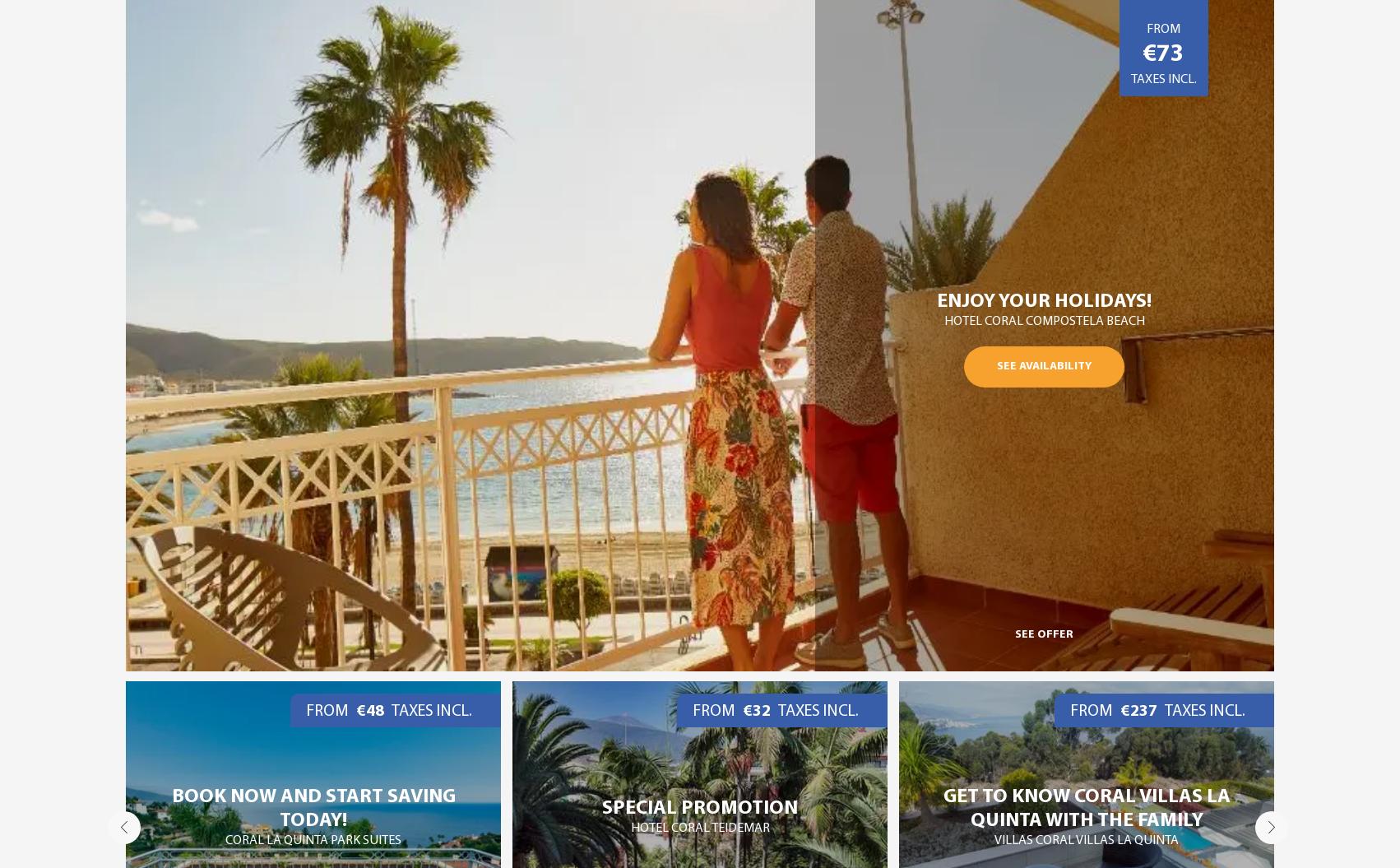  I want to click on 'Villas Coral Villas La Quinta', so click(700, 839).